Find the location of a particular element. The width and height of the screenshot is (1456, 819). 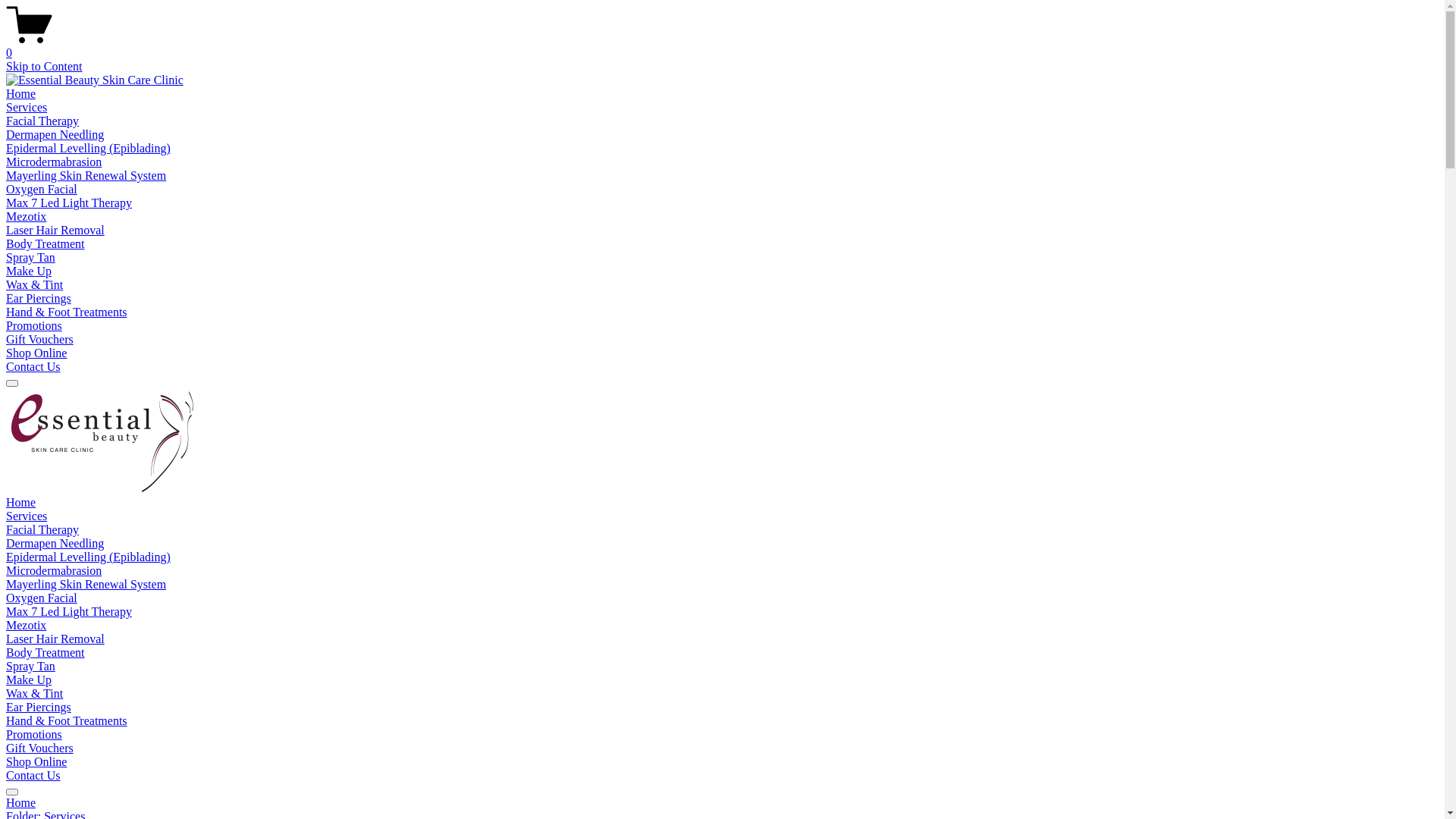

'Wax & Tint' is located at coordinates (6, 693).